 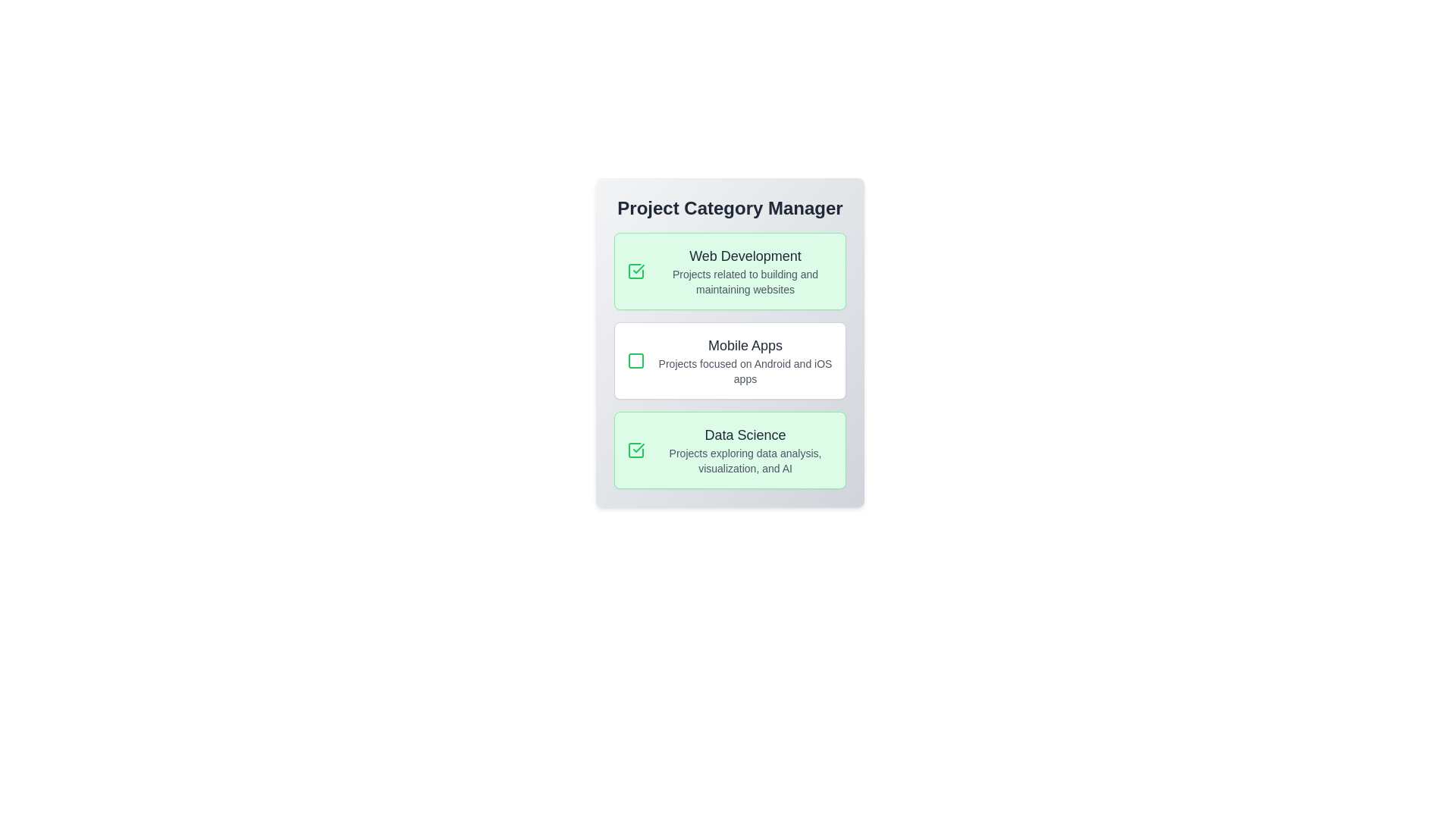 What do you see at coordinates (636, 360) in the screenshot?
I see `the SVG graphical element styled as an empty square with a border located next to the 'Mobile Apps' text in the Project Category Manager` at bounding box center [636, 360].